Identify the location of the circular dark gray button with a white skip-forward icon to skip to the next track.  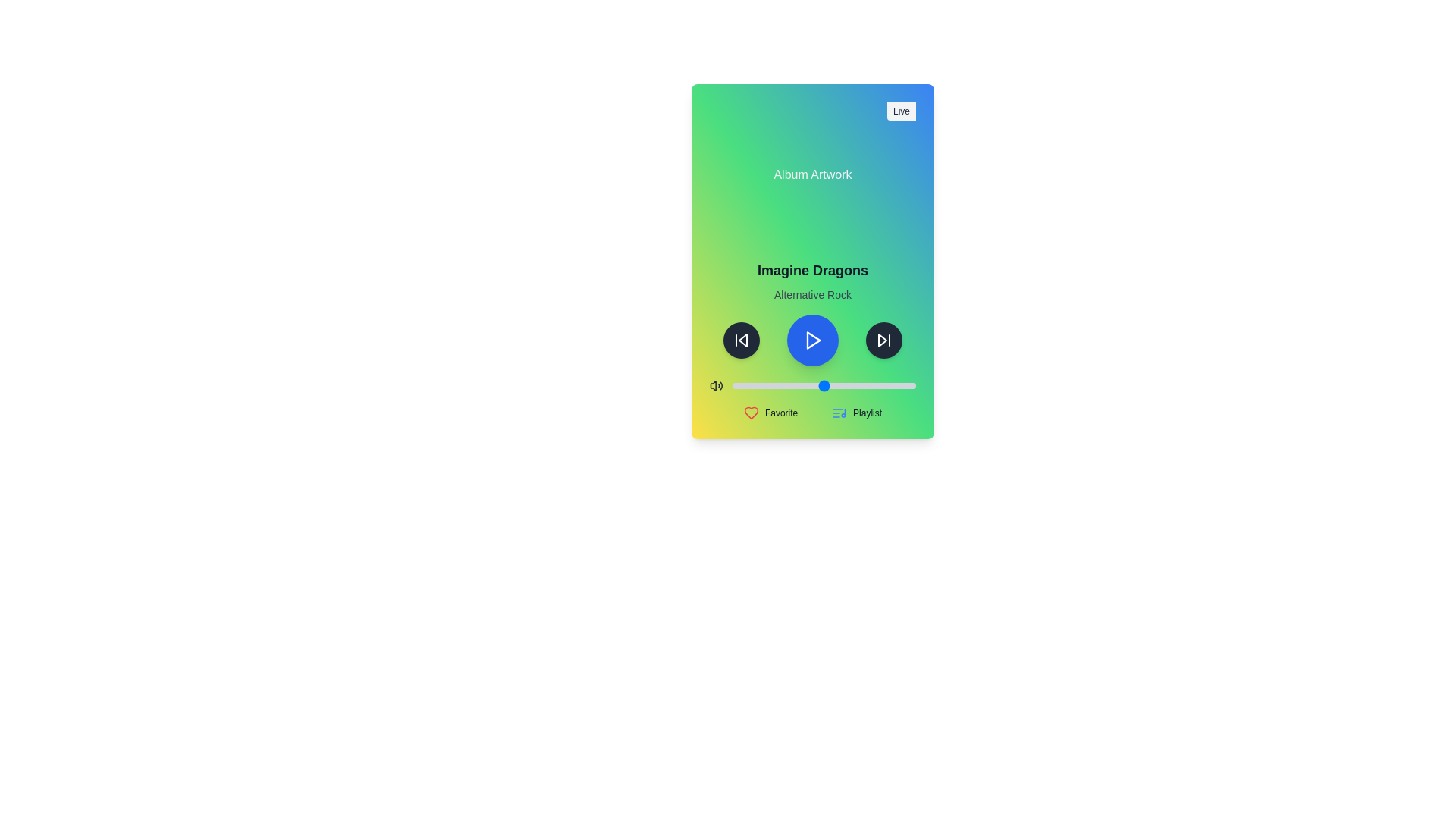
(884, 339).